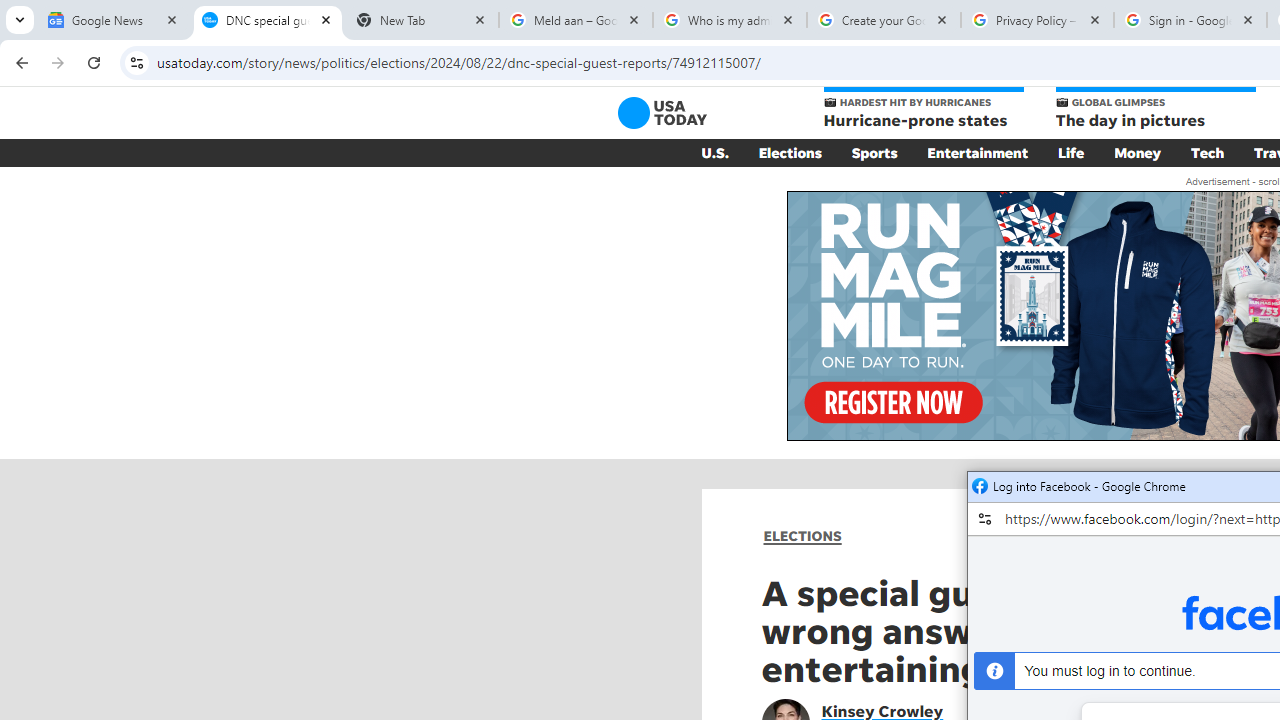 The height and width of the screenshot is (720, 1280). What do you see at coordinates (420, 20) in the screenshot?
I see `'New Tab'` at bounding box center [420, 20].